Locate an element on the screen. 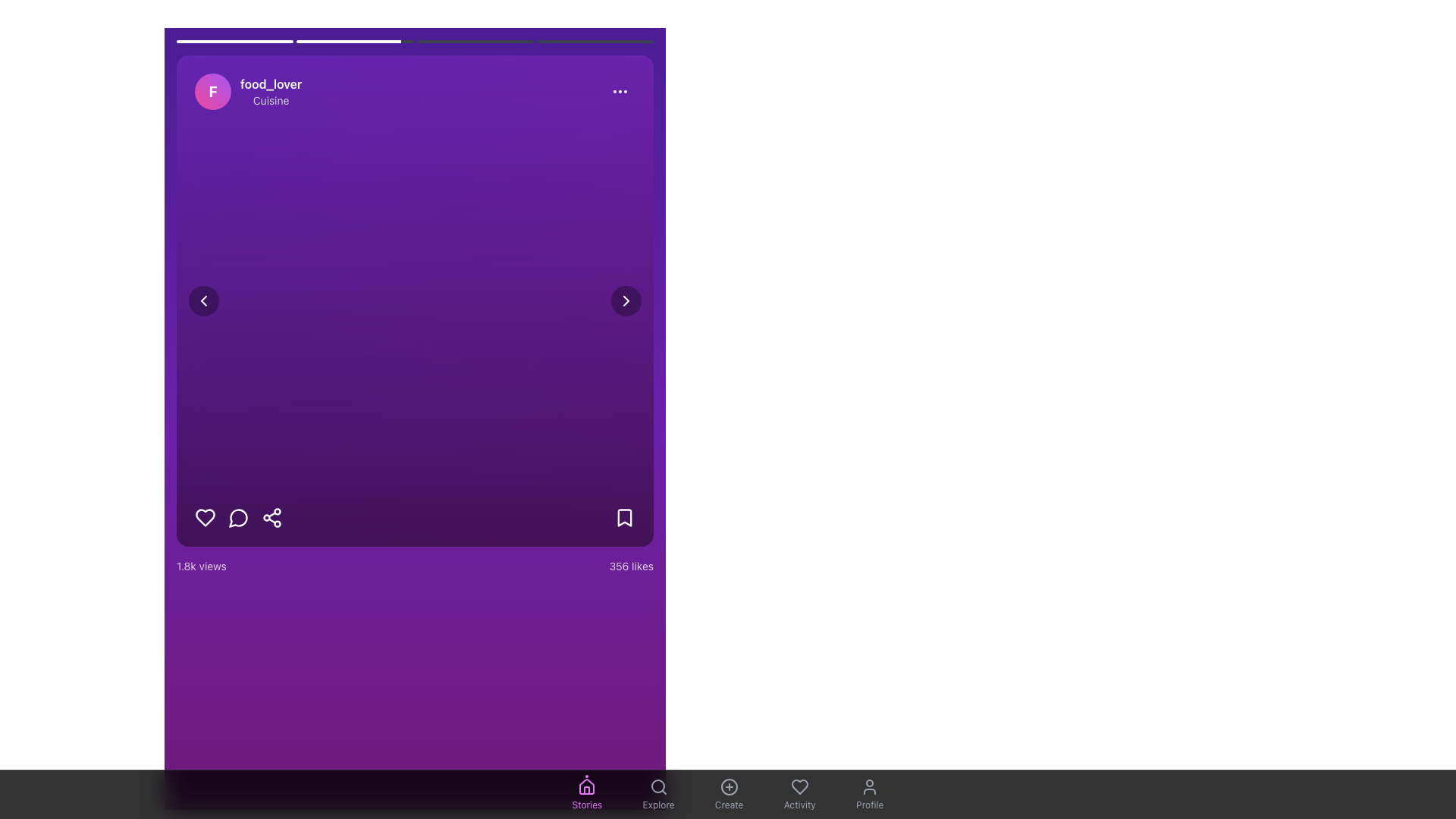  the second navigation button located on the right side of the layout, which is used for transitioning to the next item in a carousel or slideshow is located at coordinates (626, 301).